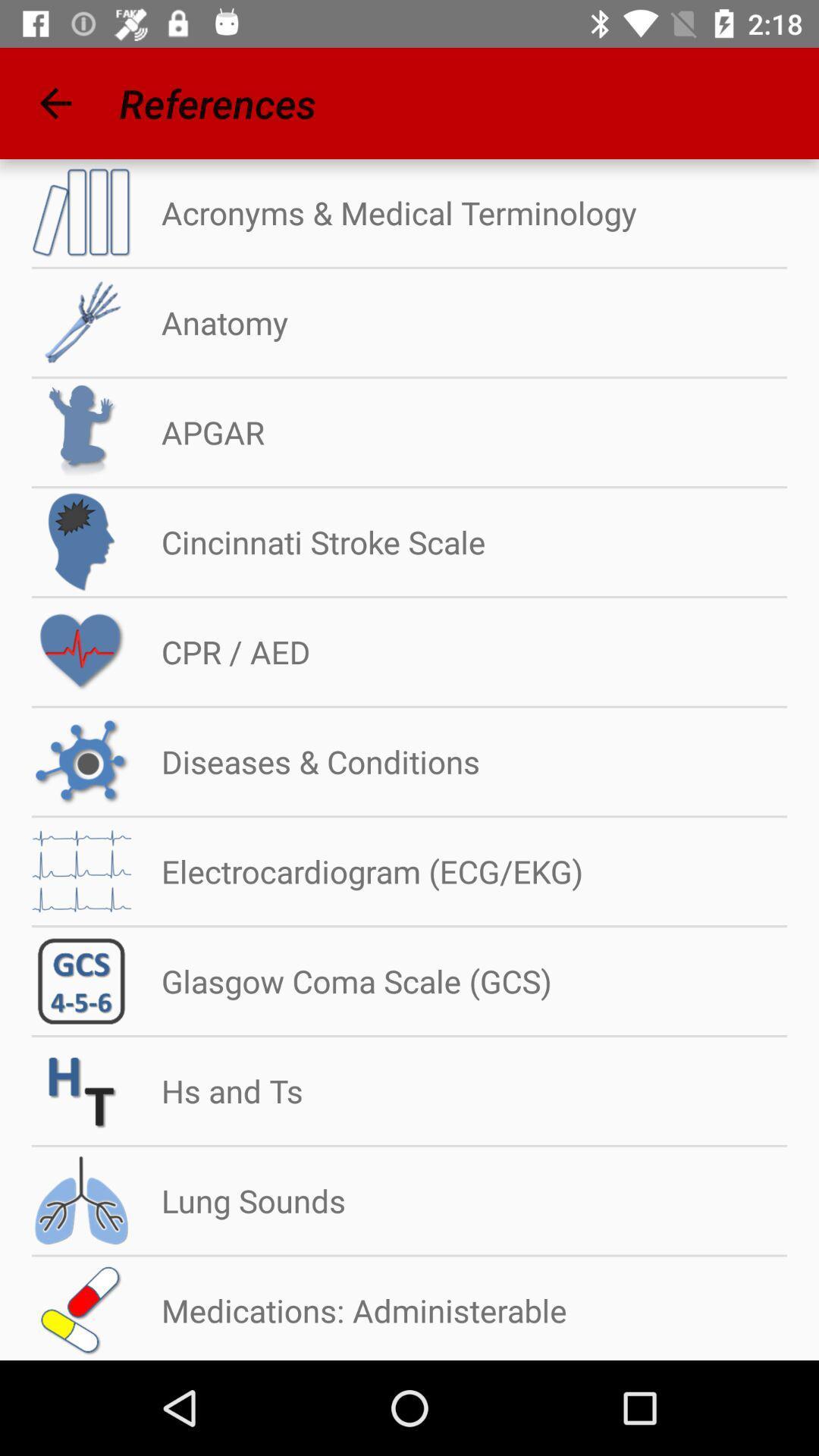  What do you see at coordinates (356, 871) in the screenshot?
I see `the electrocardiogram (ecg/ekg)` at bounding box center [356, 871].